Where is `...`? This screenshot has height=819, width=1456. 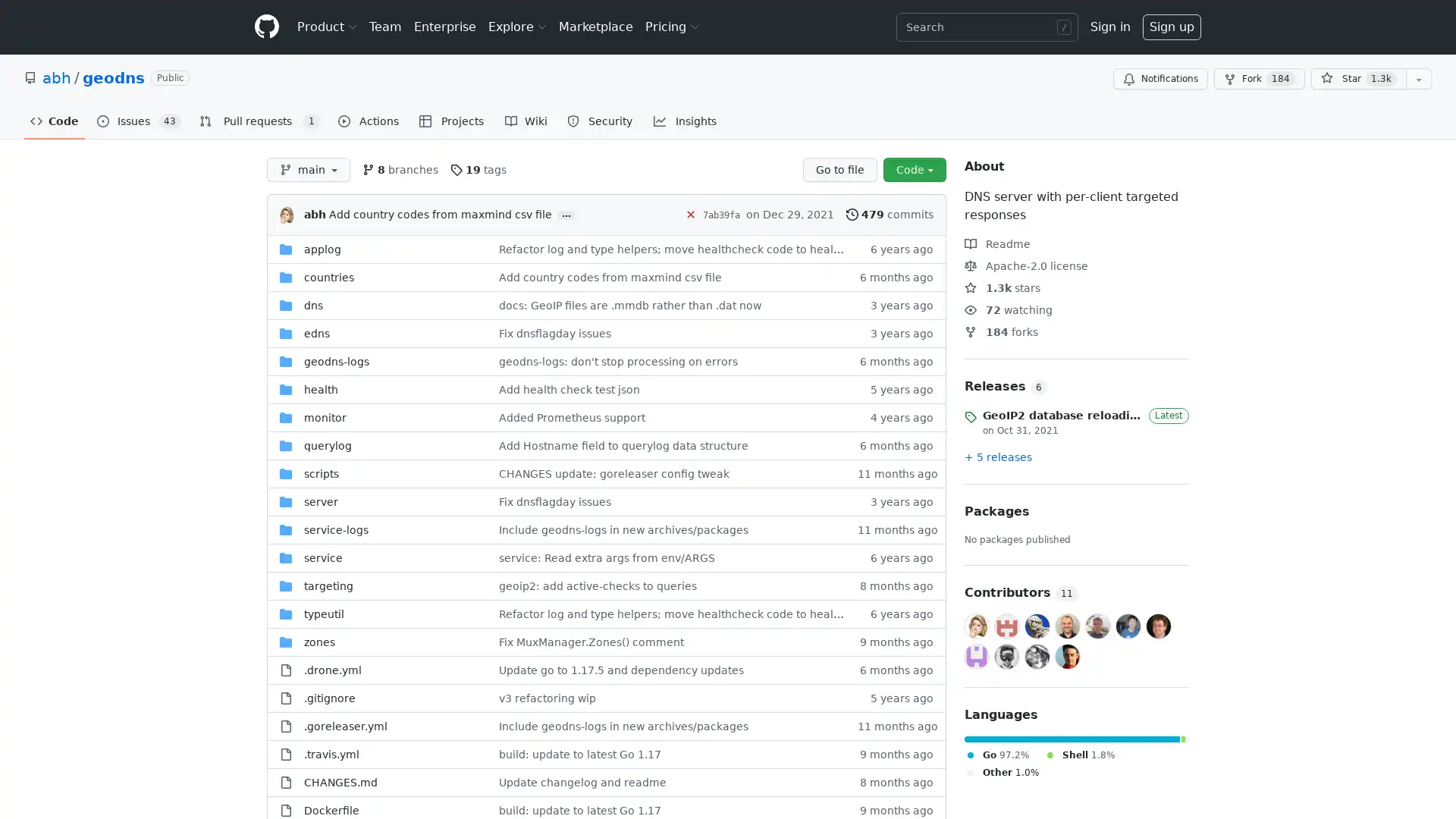
... is located at coordinates (566, 215).